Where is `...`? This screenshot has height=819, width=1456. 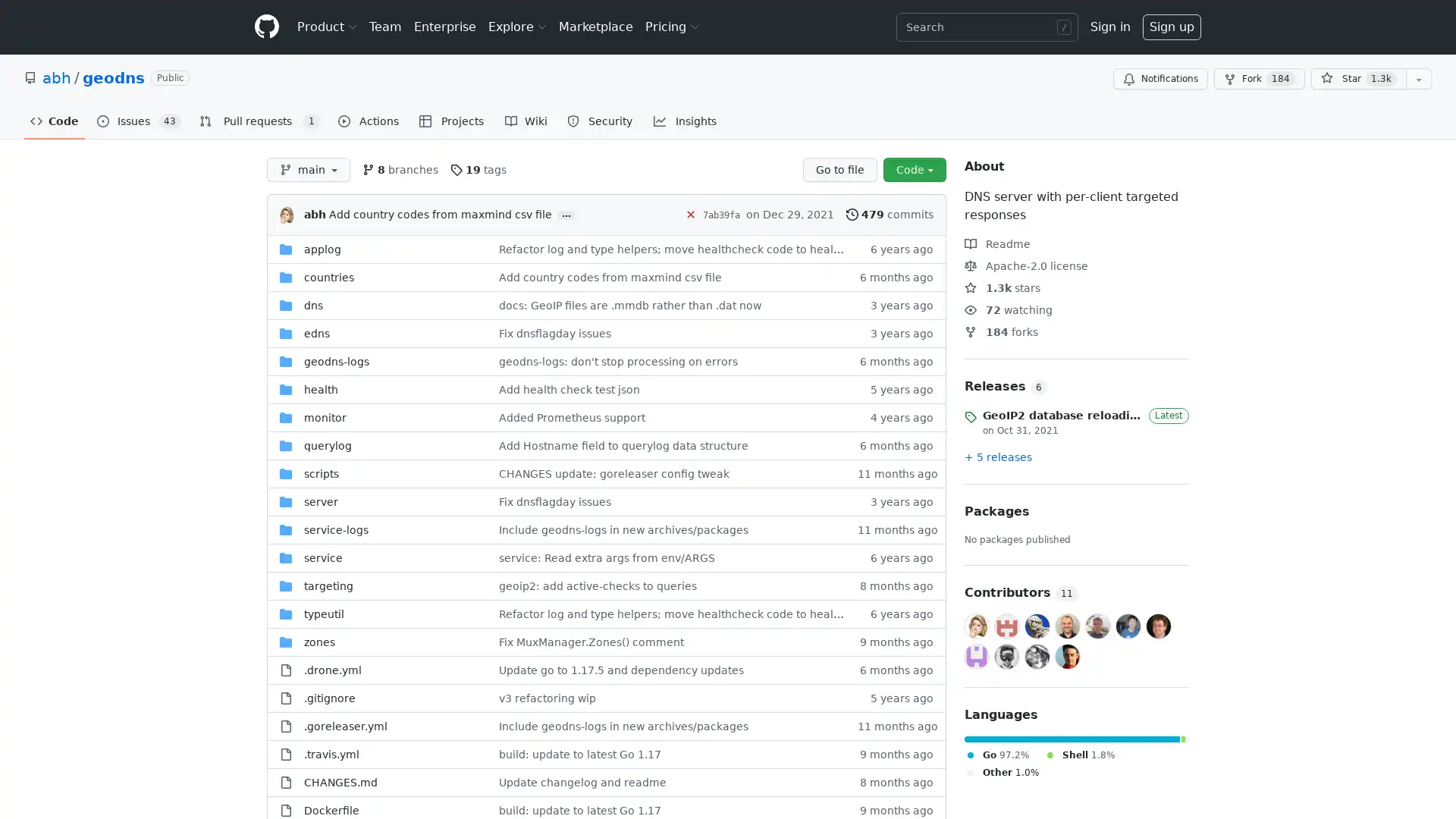
... is located at coordinates (566, 215).